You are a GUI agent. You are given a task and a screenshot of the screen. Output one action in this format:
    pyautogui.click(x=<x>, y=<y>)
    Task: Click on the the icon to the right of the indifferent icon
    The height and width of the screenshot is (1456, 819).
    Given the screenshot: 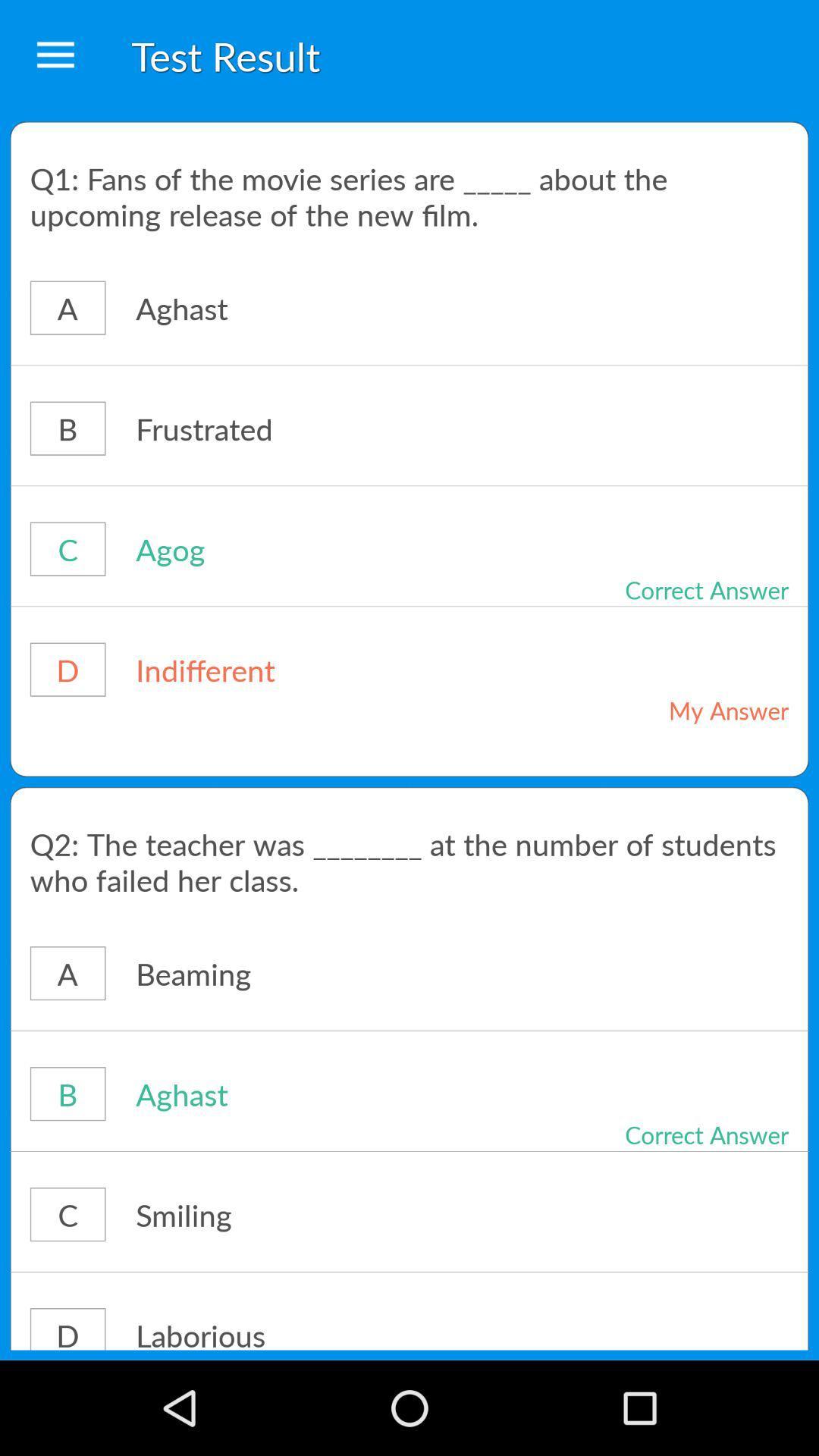 What is the action you would take?
    pyautogui.click(x=673, y=709)
    